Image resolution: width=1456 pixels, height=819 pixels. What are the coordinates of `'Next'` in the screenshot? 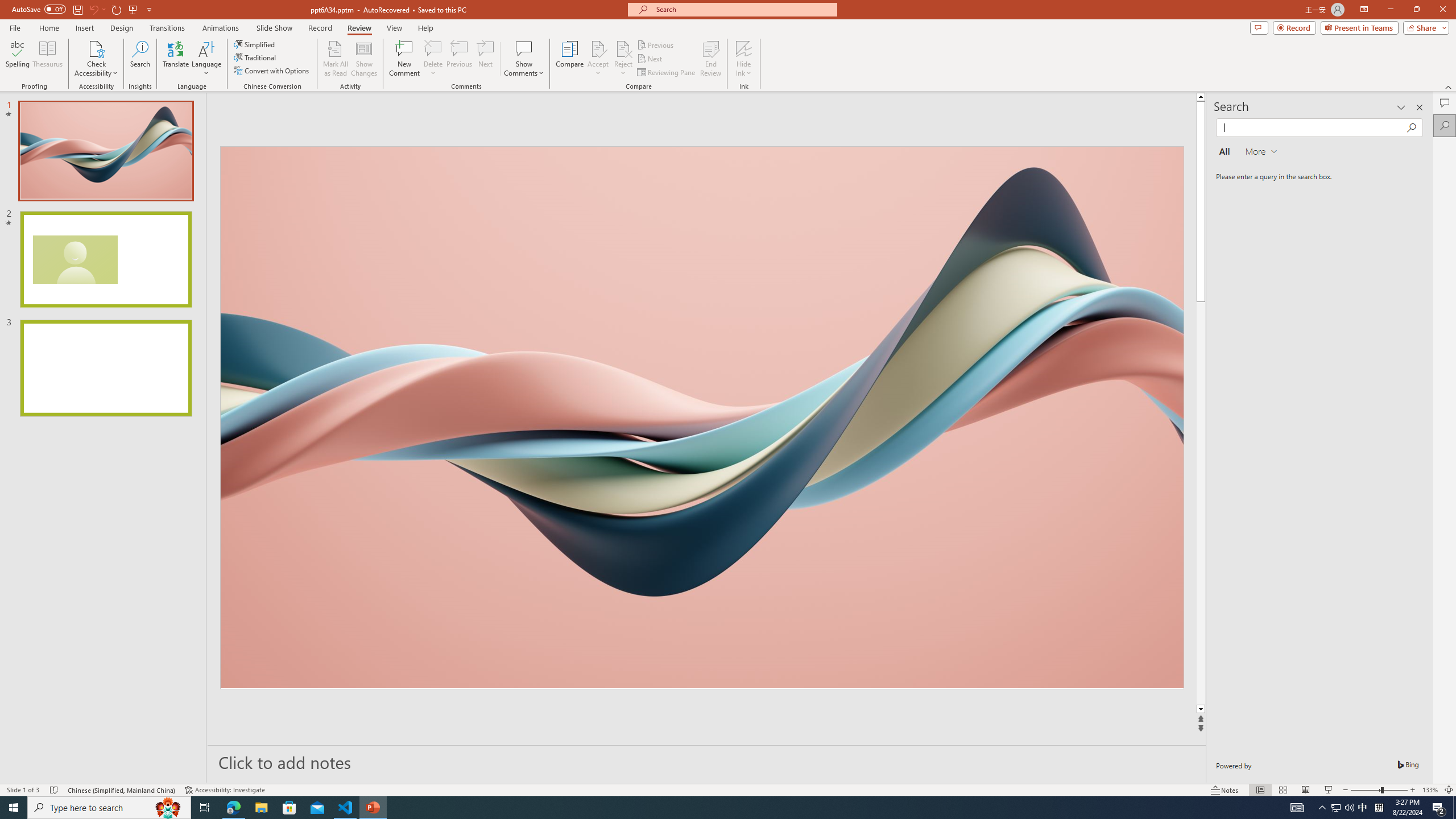 It's located at (650, 59).